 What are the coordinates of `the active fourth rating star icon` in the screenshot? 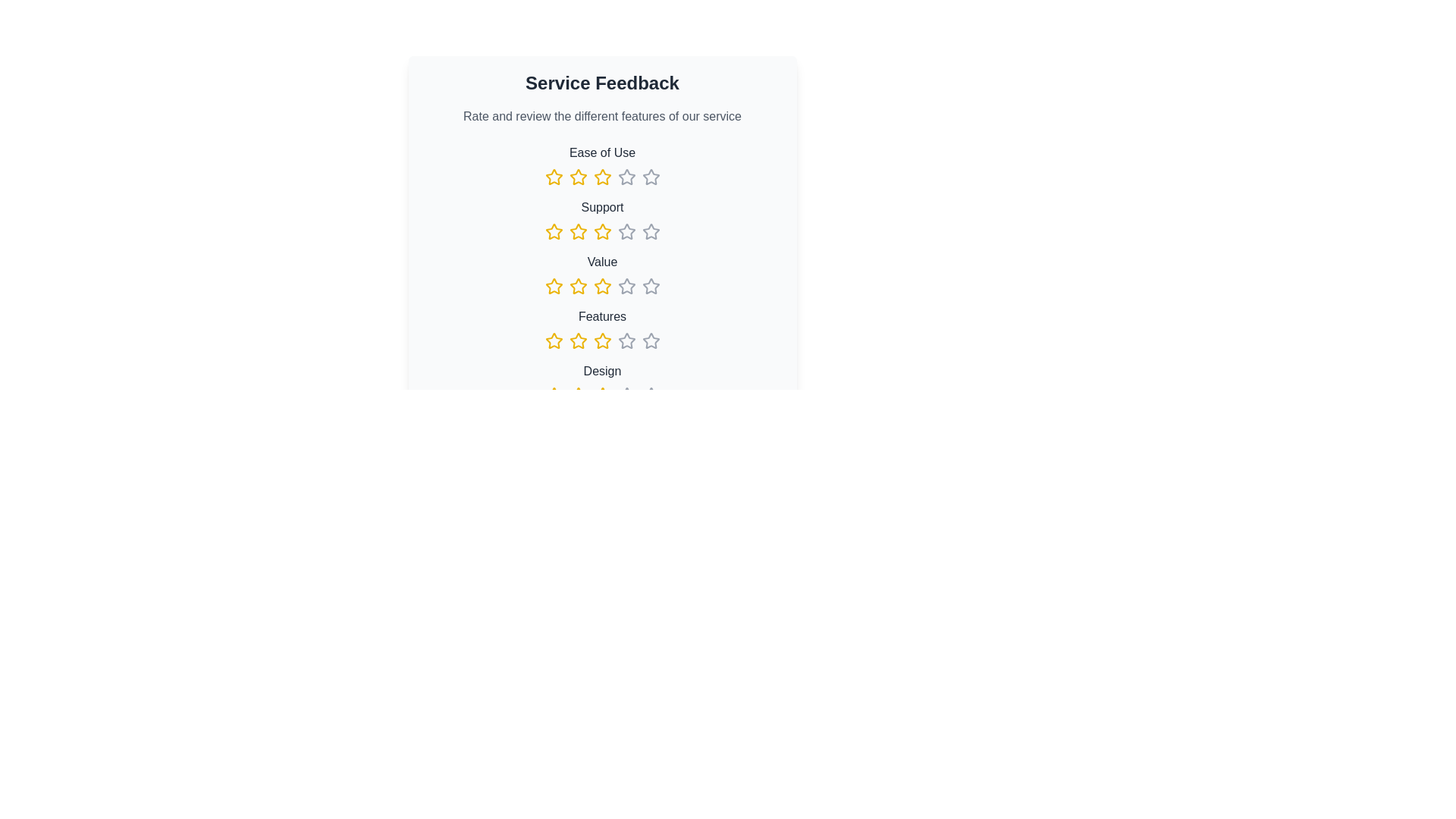 It's located at (601, 177).